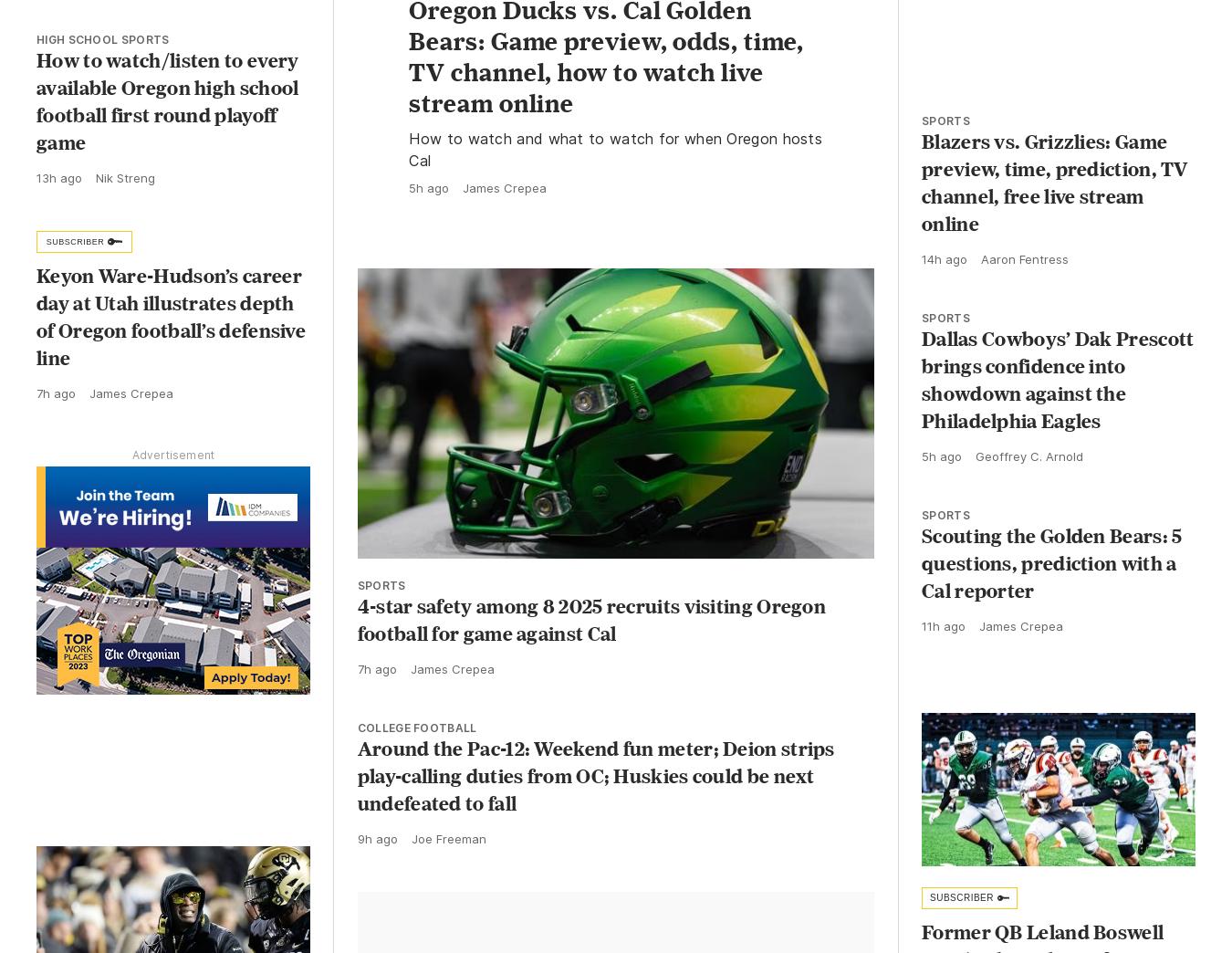 Image resolution: width=1232 pixels, height=953 pixels. I want to click on '13h ago', so click(57, 175).